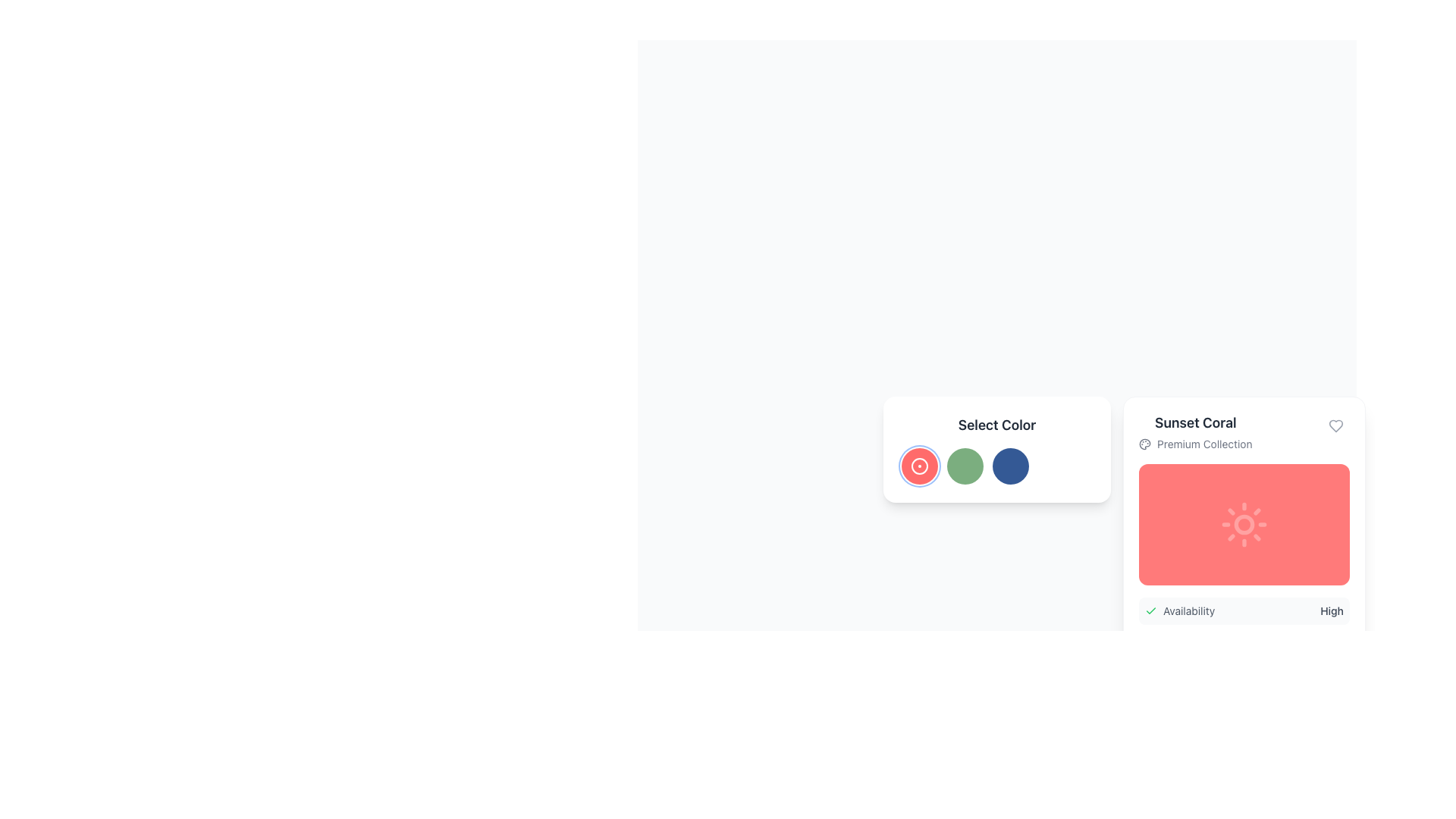  What do you see at coordinates (1244, 575) in the screenshot?
I see `the details provided in the Informational card for the 'Sunset Coral' selection, which is the first card below the 'Select Color' section` at bounding box center [1244, 575].